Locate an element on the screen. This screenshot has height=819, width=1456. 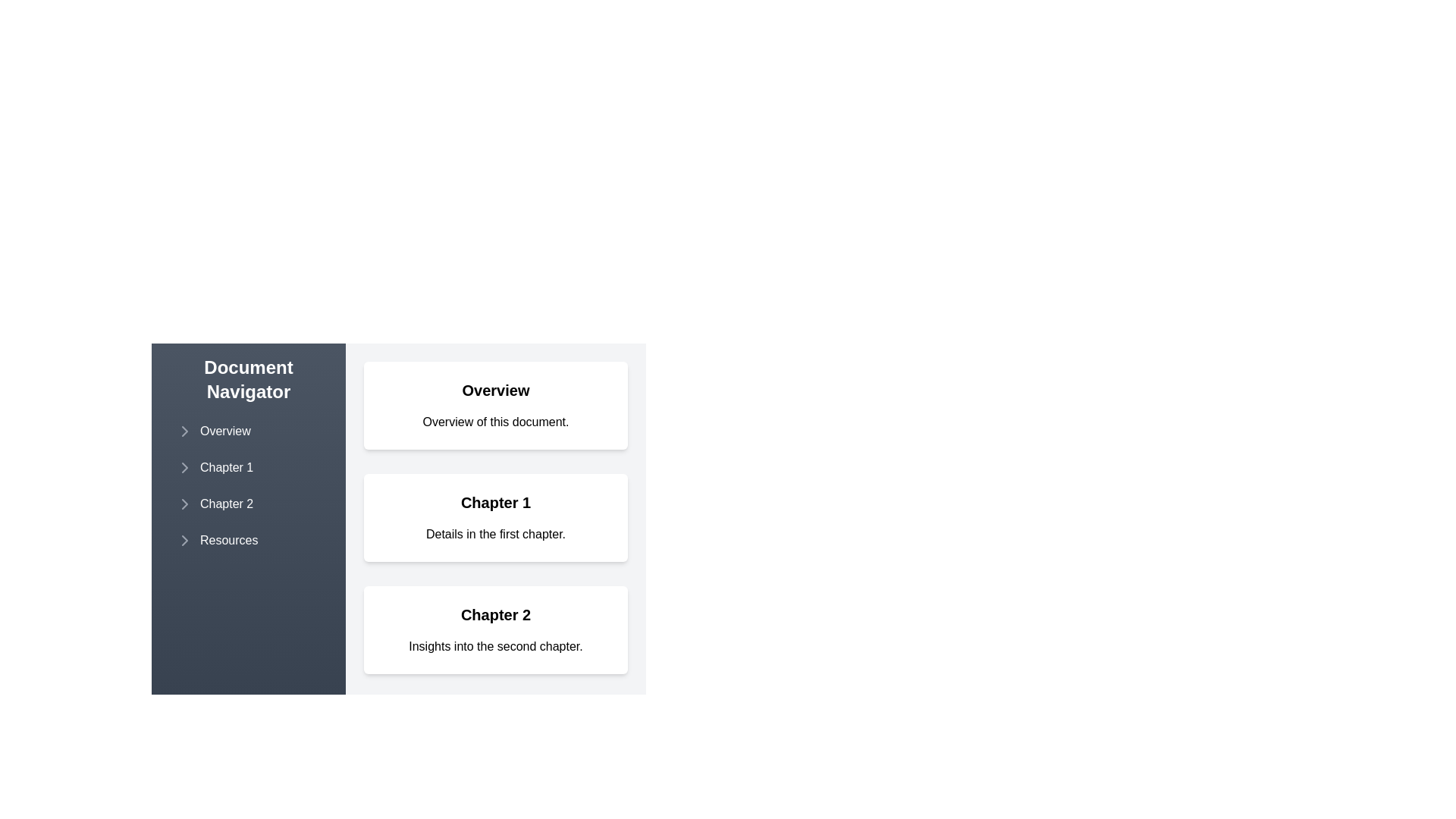
the active icon indicating that 'Chapter 2' is the currently selected item in the sidebar navigation is located at coordinates (184, 504).